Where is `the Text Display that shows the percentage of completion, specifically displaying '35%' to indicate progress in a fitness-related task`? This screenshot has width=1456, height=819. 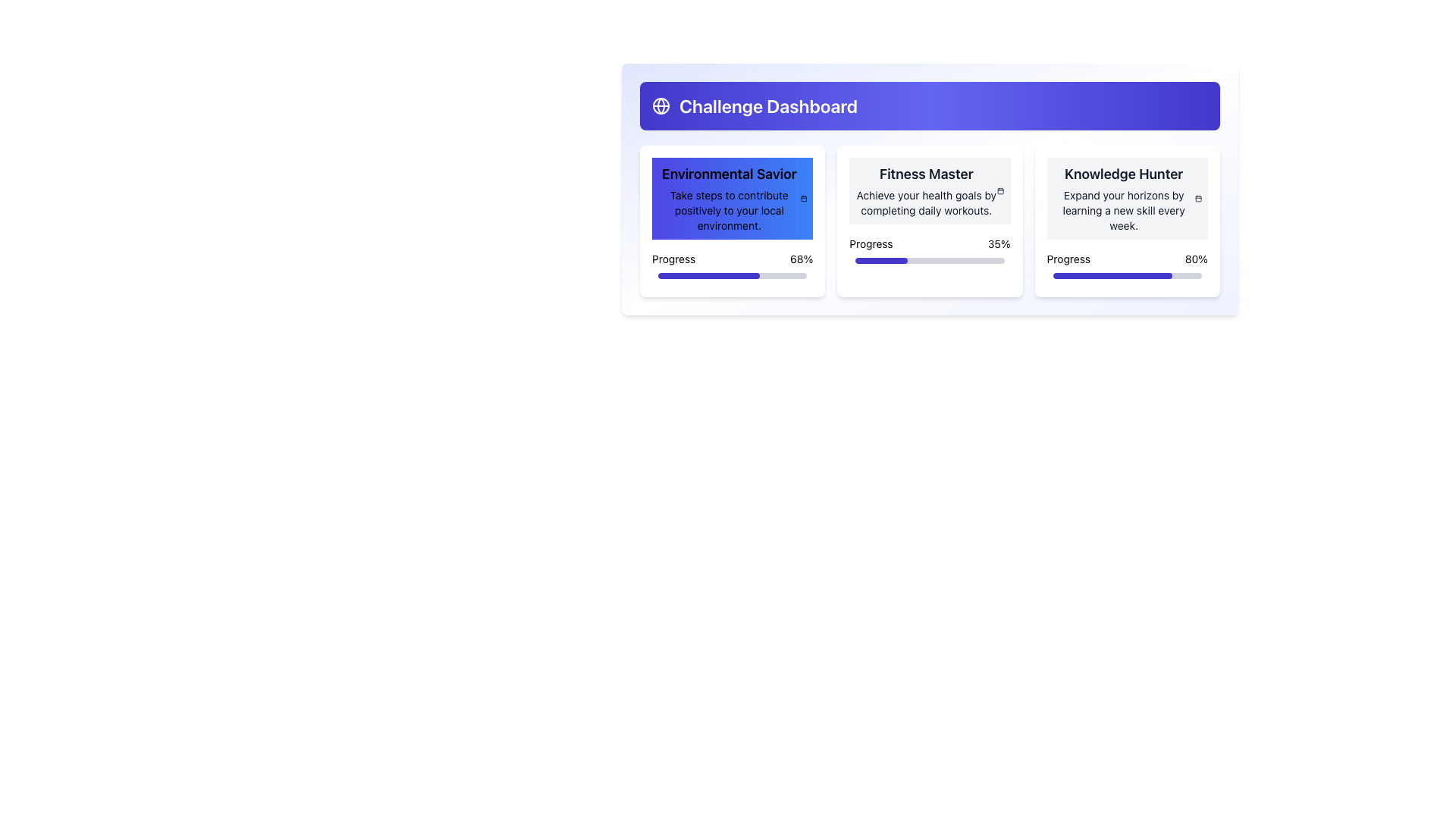 the Text Display that shows the percentage of completion, specifically displaying '35%' to indicate progress in a fitness-related task is located at coordinates (999, 243).